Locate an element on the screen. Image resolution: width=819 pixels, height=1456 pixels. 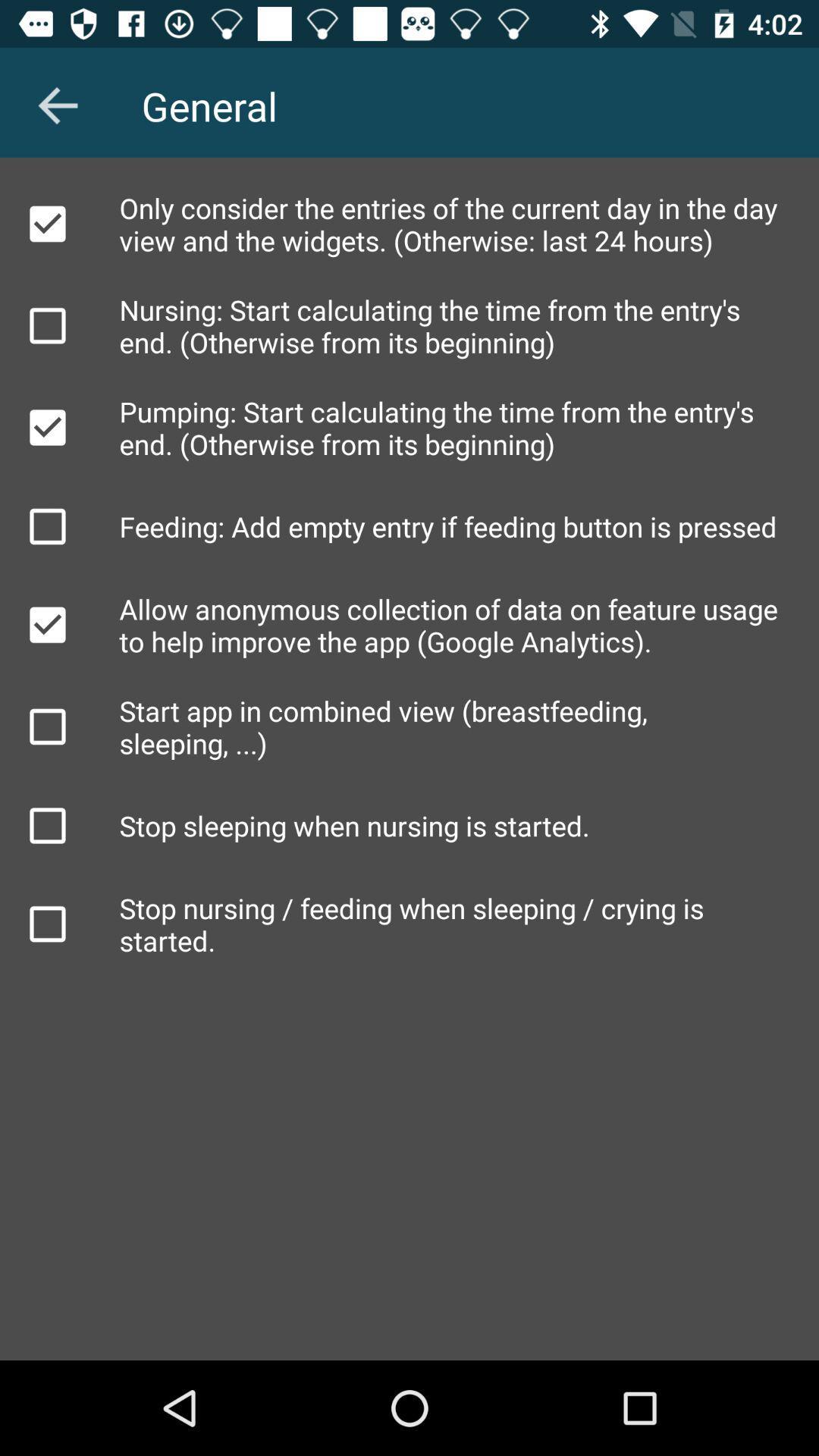
nursing results is located at coordinates (46, 325).